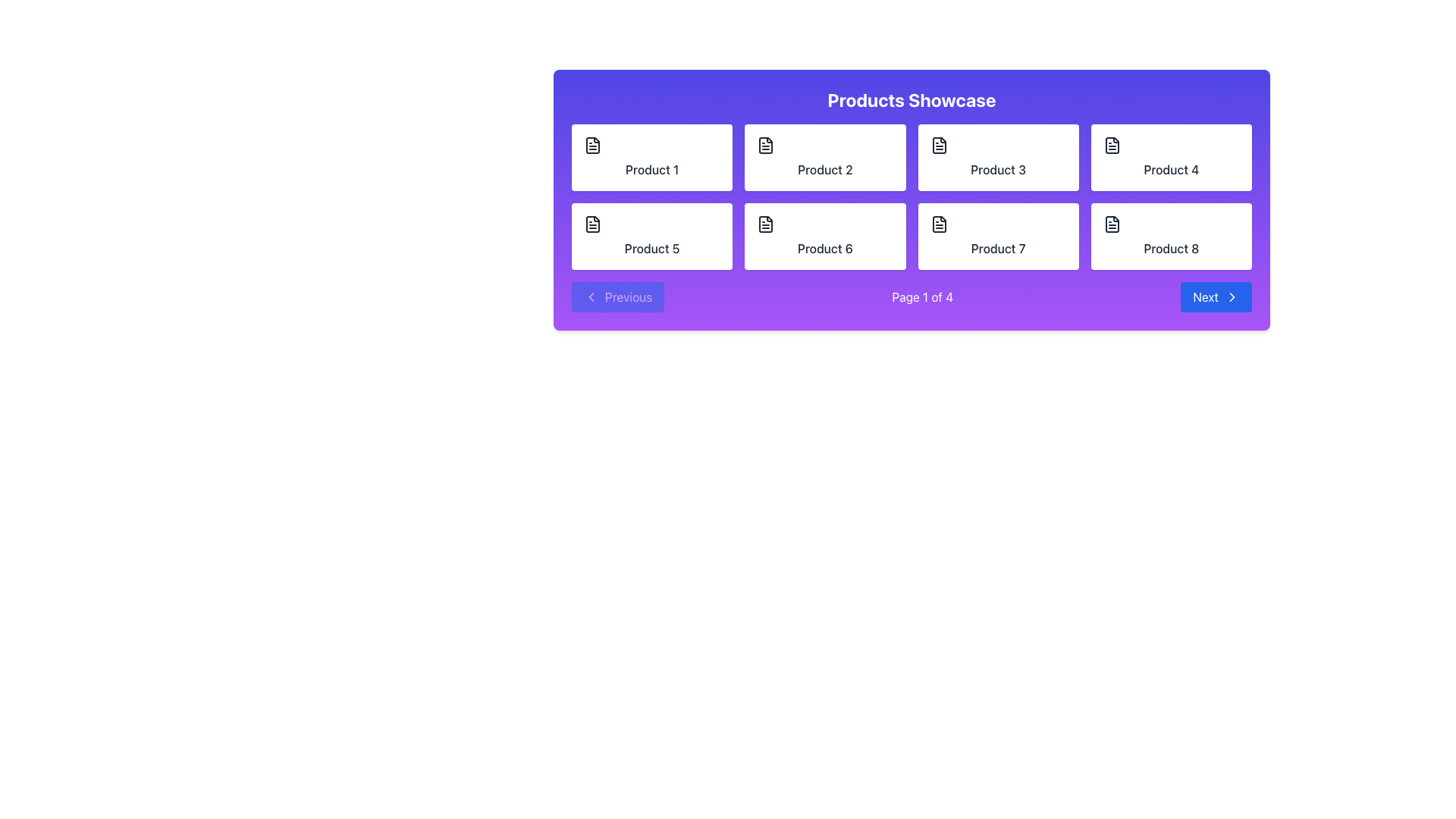 Image resolution: width=1456 pixels, height=819 pixels. Describe the element at coordinates (824, 169) in the screenshot. I see `the text label that serves as the title for the second product card` at that location.